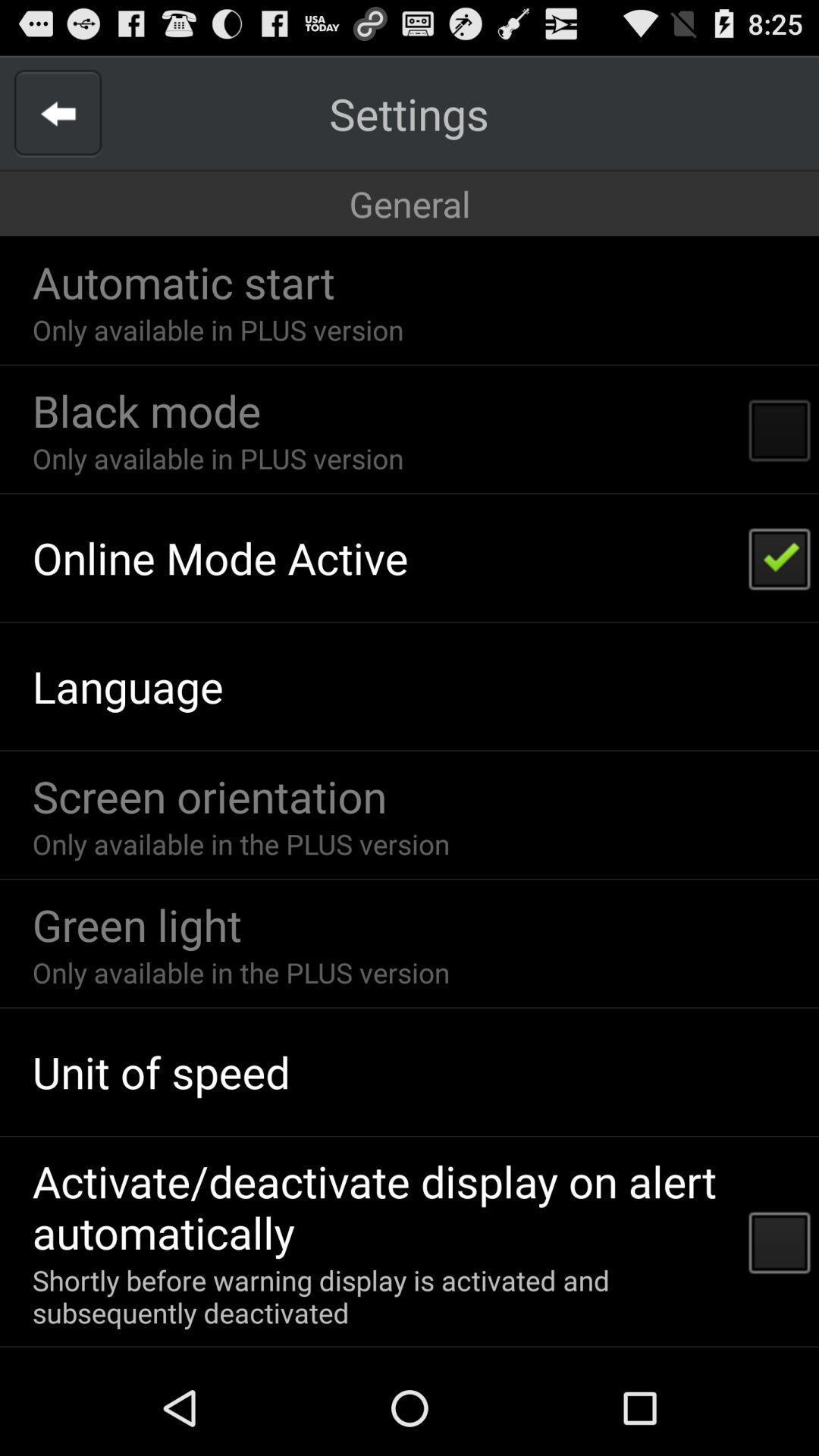  I want to click on the item above the general icon, so click(57, 112).